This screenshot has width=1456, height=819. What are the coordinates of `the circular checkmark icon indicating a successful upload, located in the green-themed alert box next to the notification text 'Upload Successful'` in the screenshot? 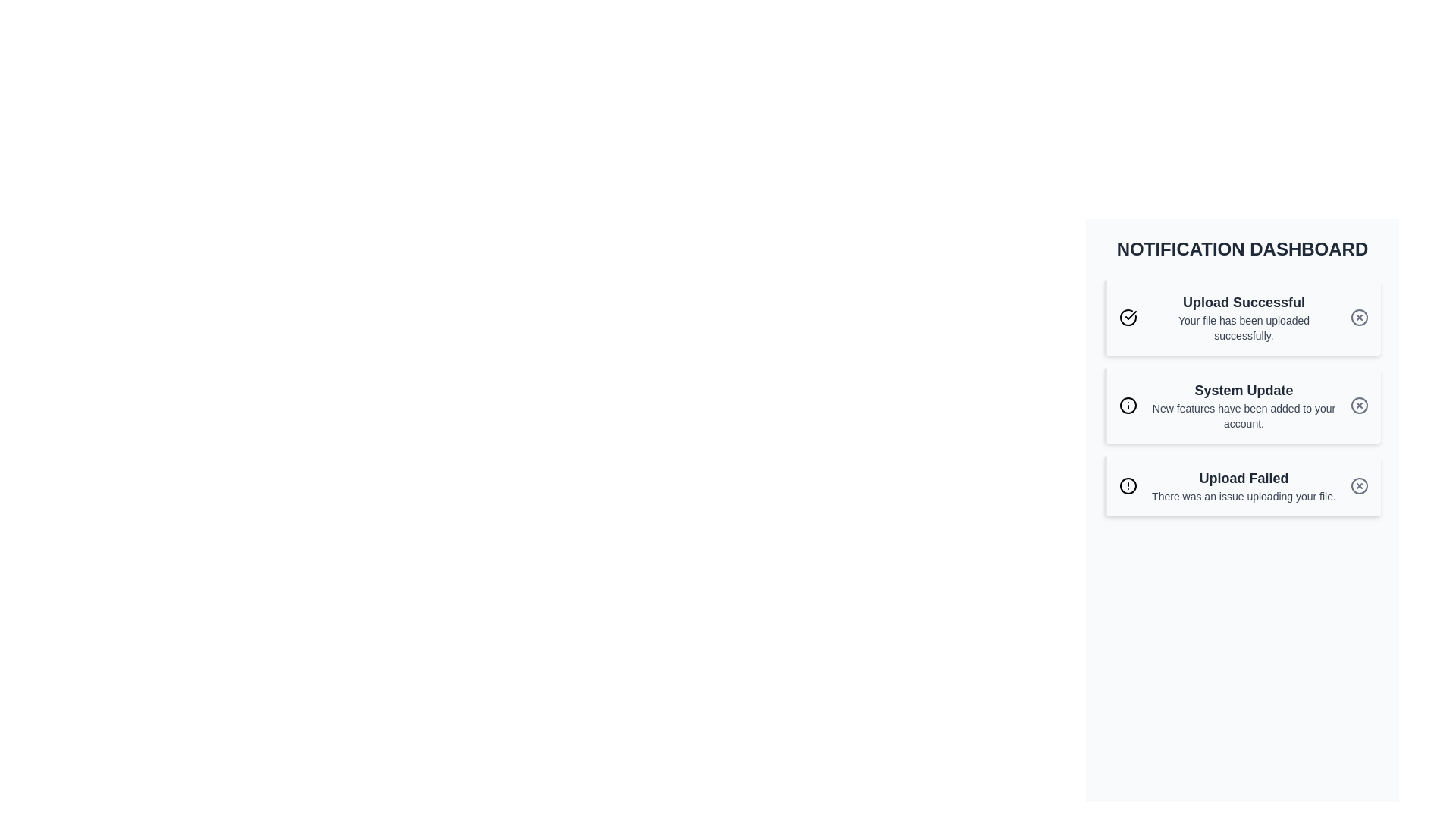 It's located at (1128, 317).